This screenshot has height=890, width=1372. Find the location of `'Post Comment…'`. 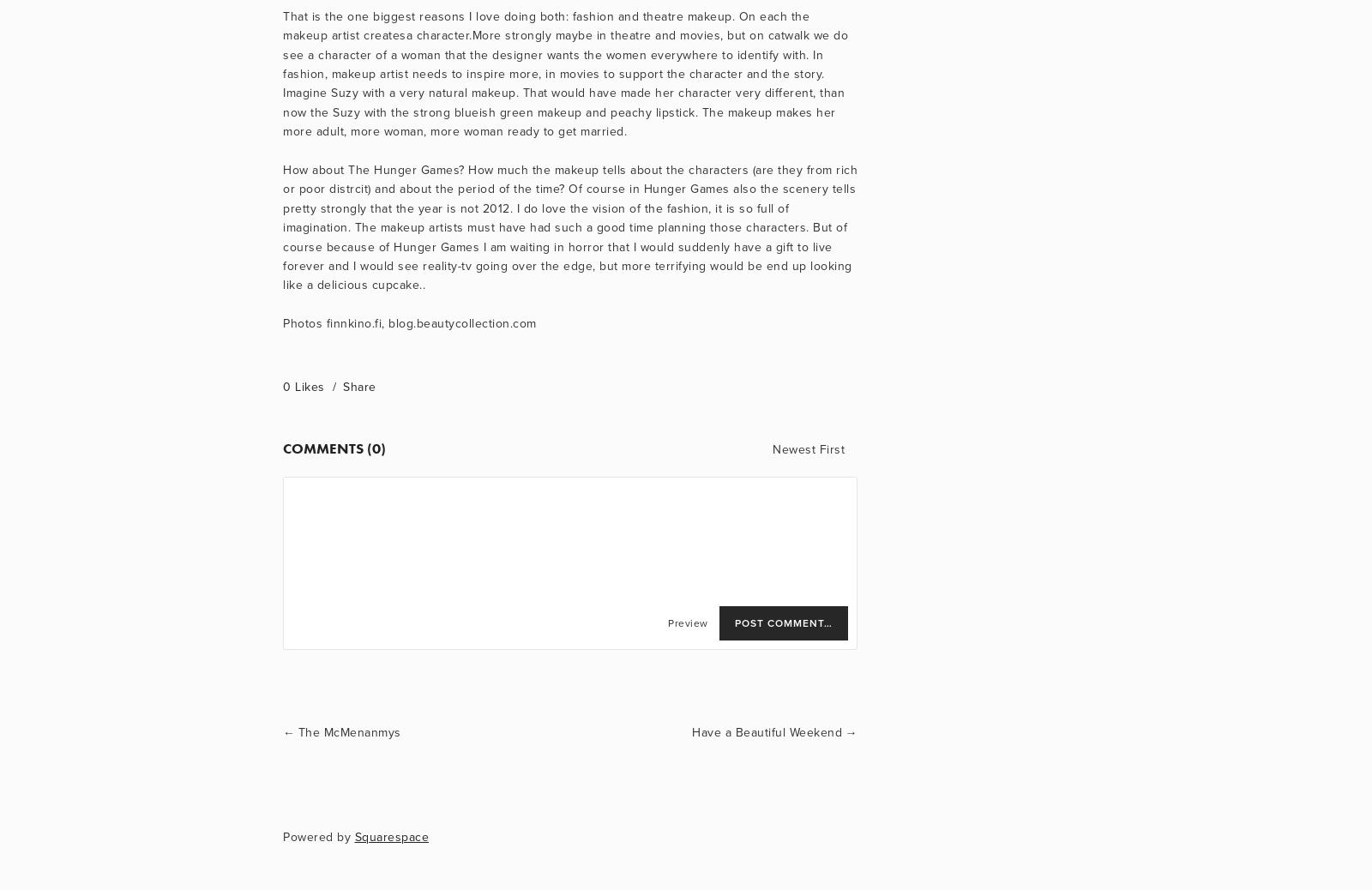

'Post Comment…' is located at coordinates (783, 622).